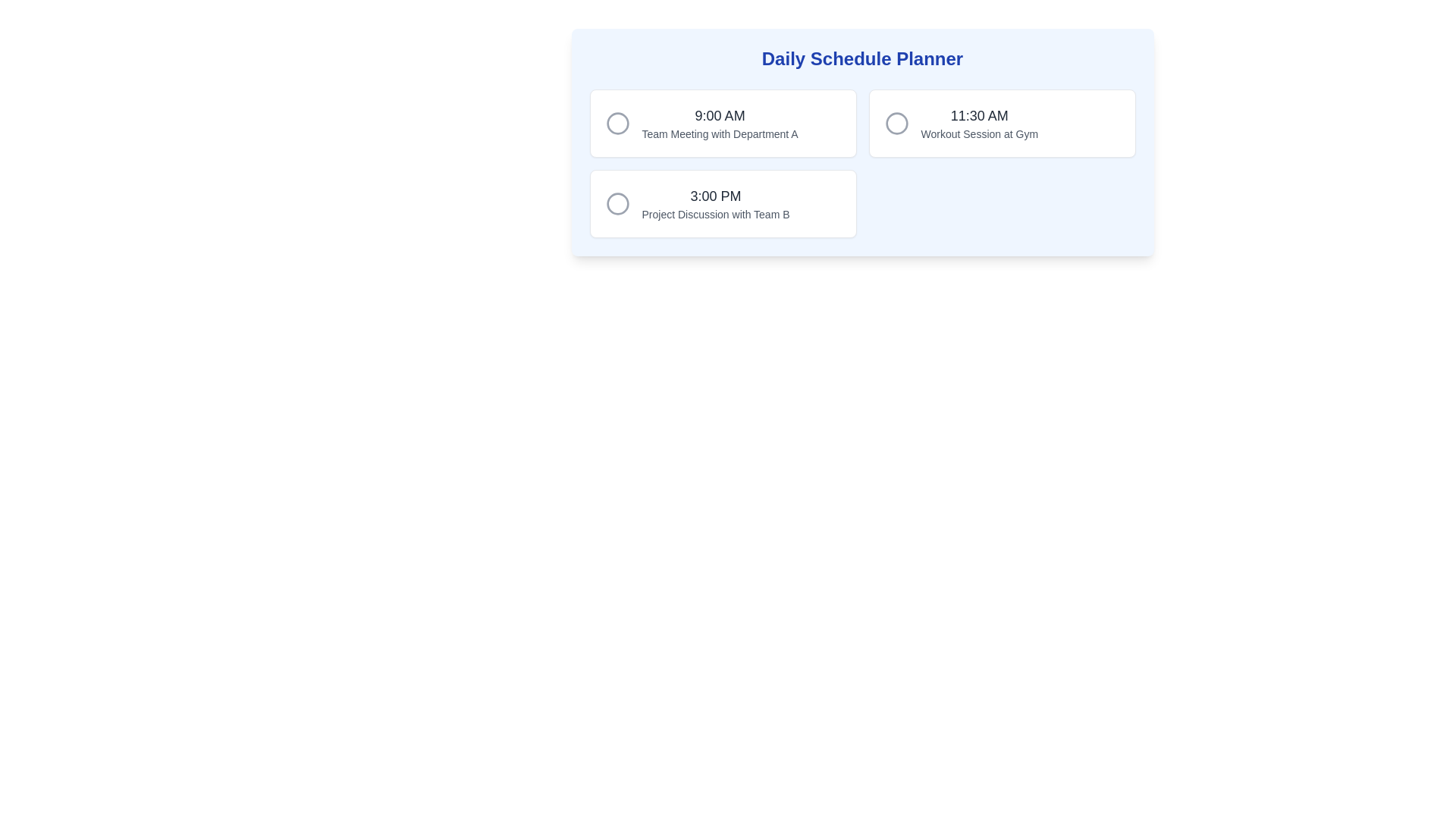 The height and width of the screenshot is (819, 1456). Describe the element at coordinates (617, 203) in the screenshot. I see `the circular icon located at the left side of the schedule entry for '3:00 PM Project Discussion with Team B', which serves as a selector for the associated item` at that location.